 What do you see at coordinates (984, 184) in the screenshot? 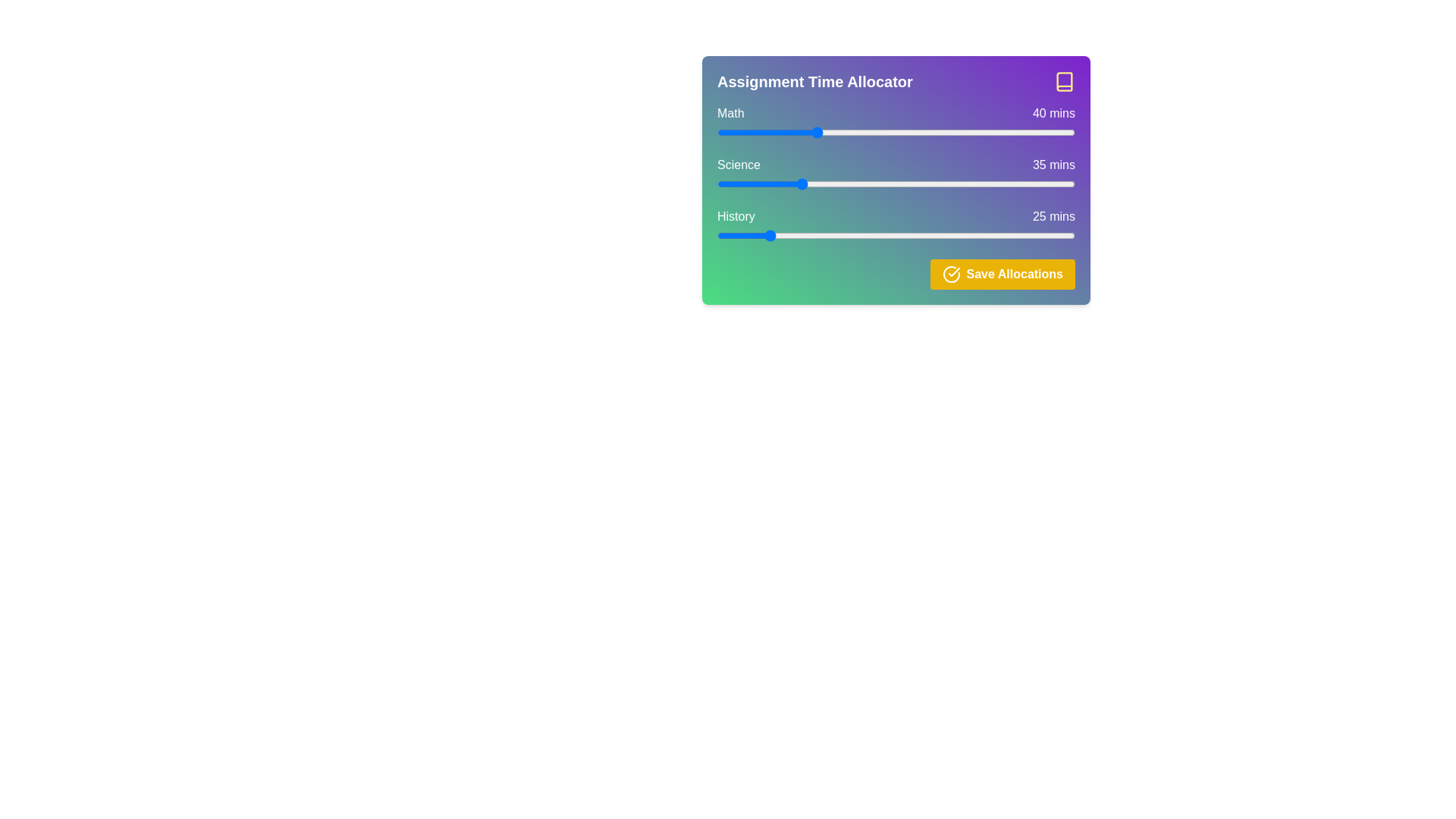
I see `allocation time` at bounding box center [984, 184].